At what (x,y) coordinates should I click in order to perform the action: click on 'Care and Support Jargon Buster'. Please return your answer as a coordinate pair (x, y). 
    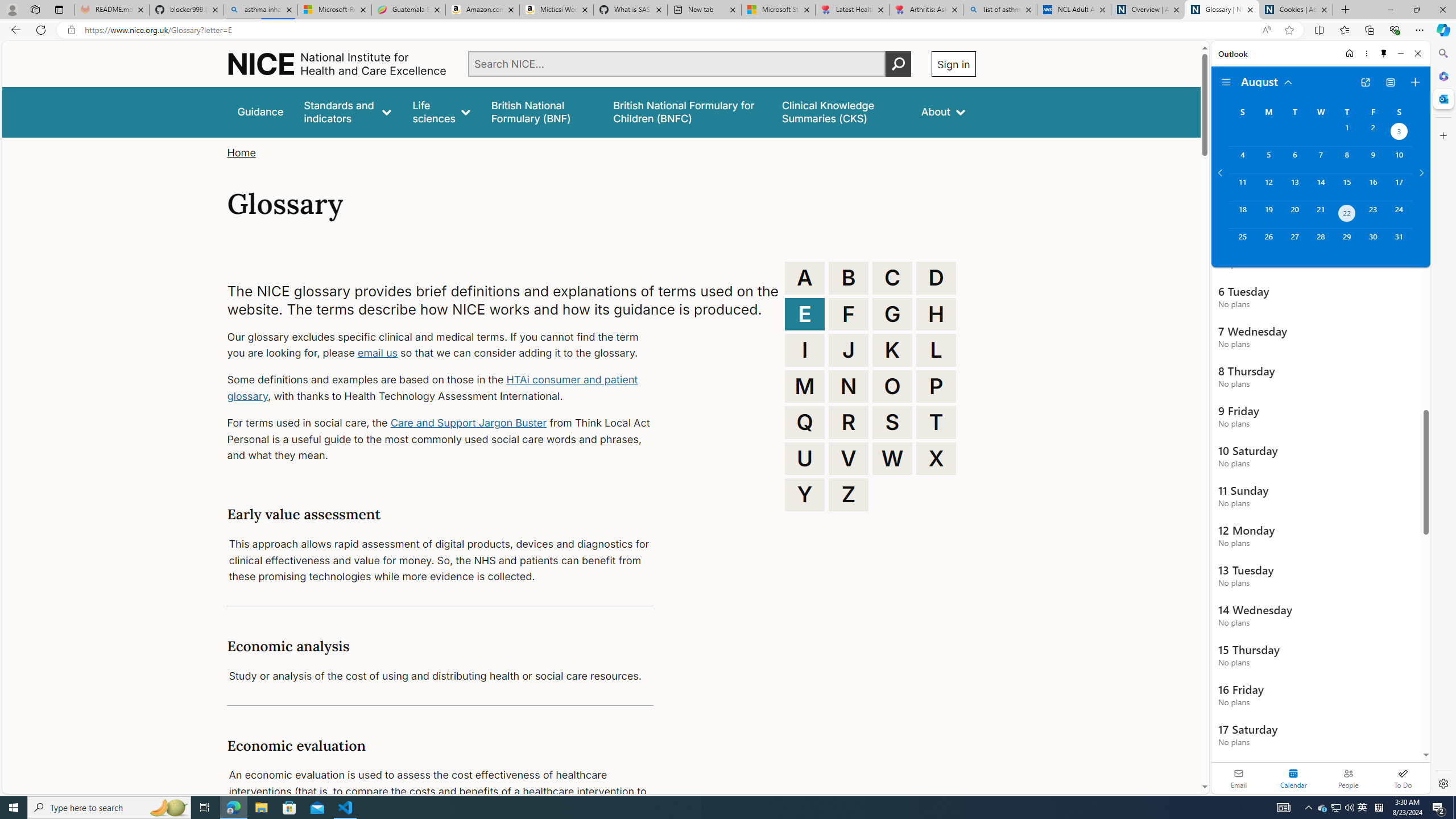
    Looking at the image, I should click on (468, 422).